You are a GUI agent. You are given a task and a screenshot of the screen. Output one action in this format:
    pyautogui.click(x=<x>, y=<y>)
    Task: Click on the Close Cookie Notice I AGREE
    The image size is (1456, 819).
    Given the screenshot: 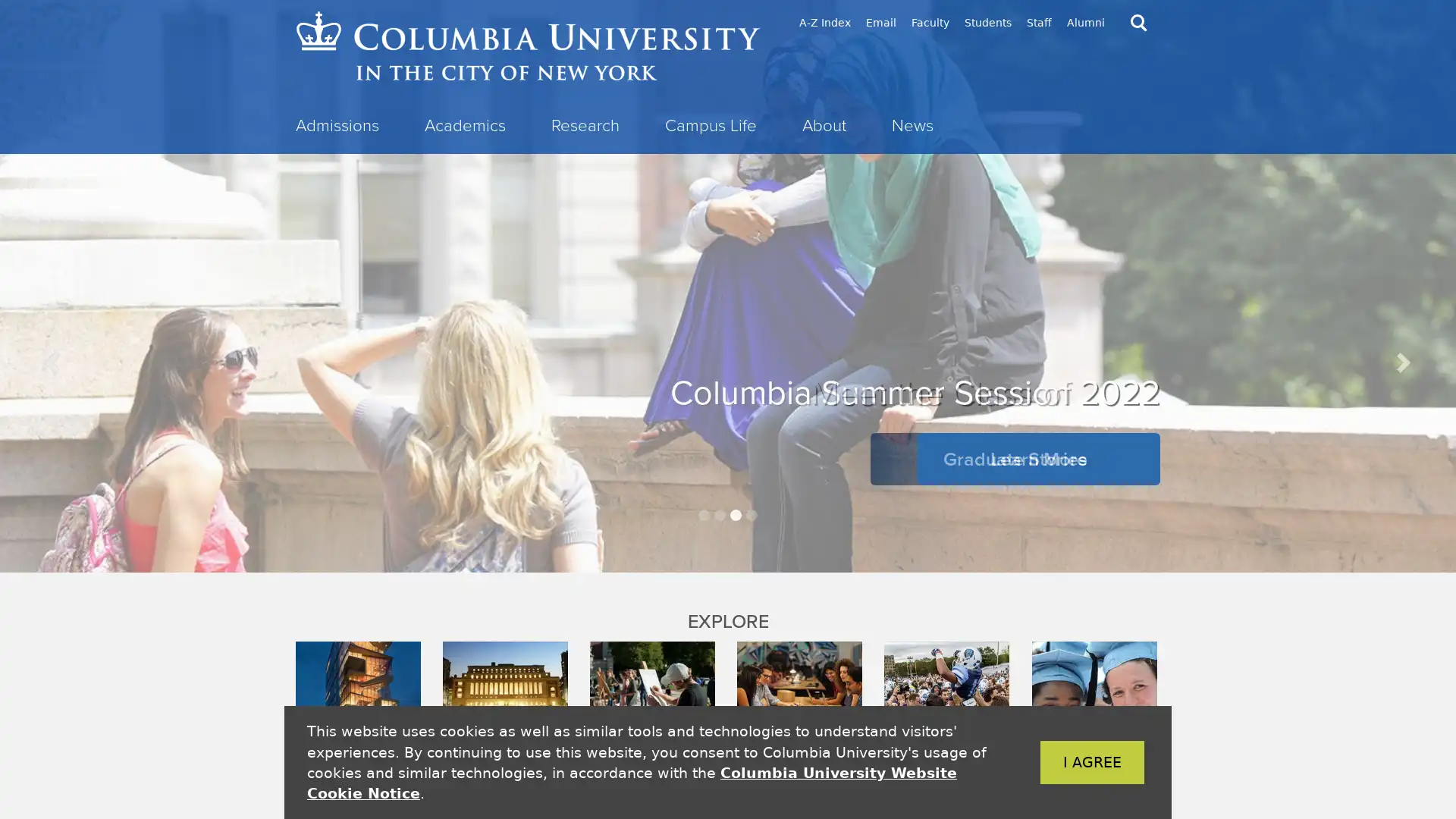 What is the action you would take?
    pyautogui.click(x=1068, y=762)
    